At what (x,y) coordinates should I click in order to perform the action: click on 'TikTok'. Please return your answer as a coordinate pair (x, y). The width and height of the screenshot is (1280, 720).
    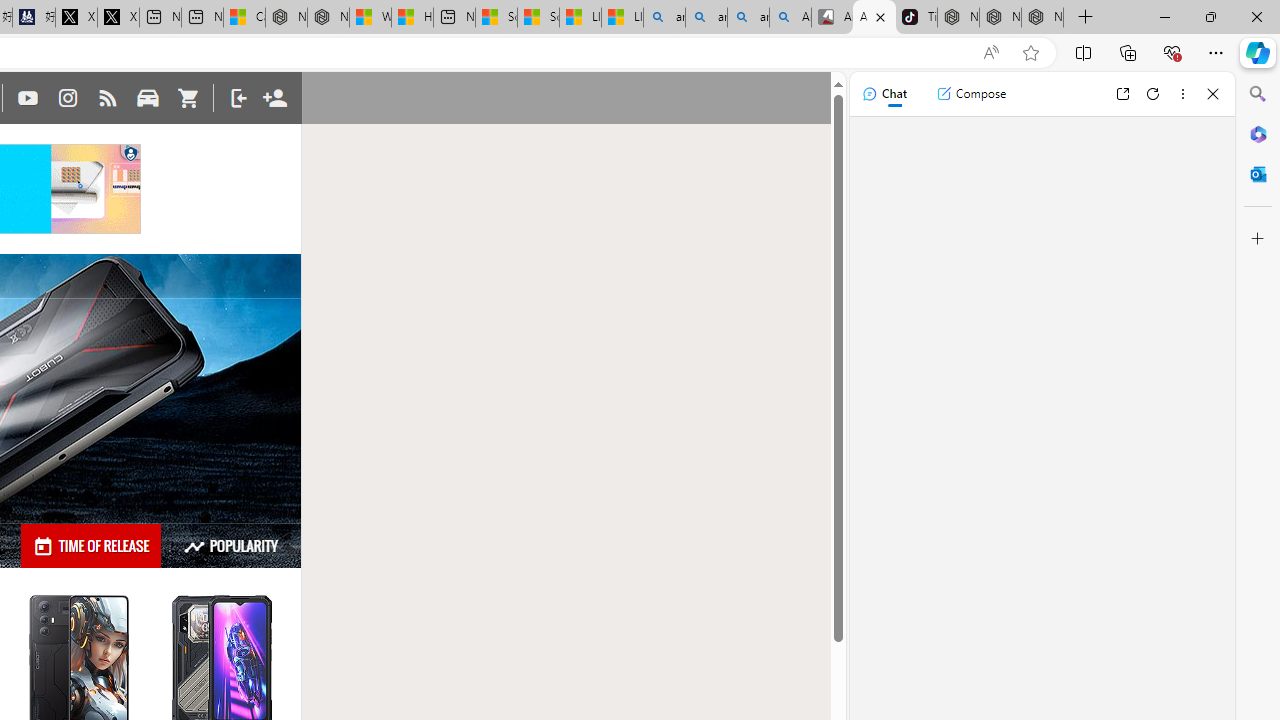
    Looking at the image, I should click on (915, 17).